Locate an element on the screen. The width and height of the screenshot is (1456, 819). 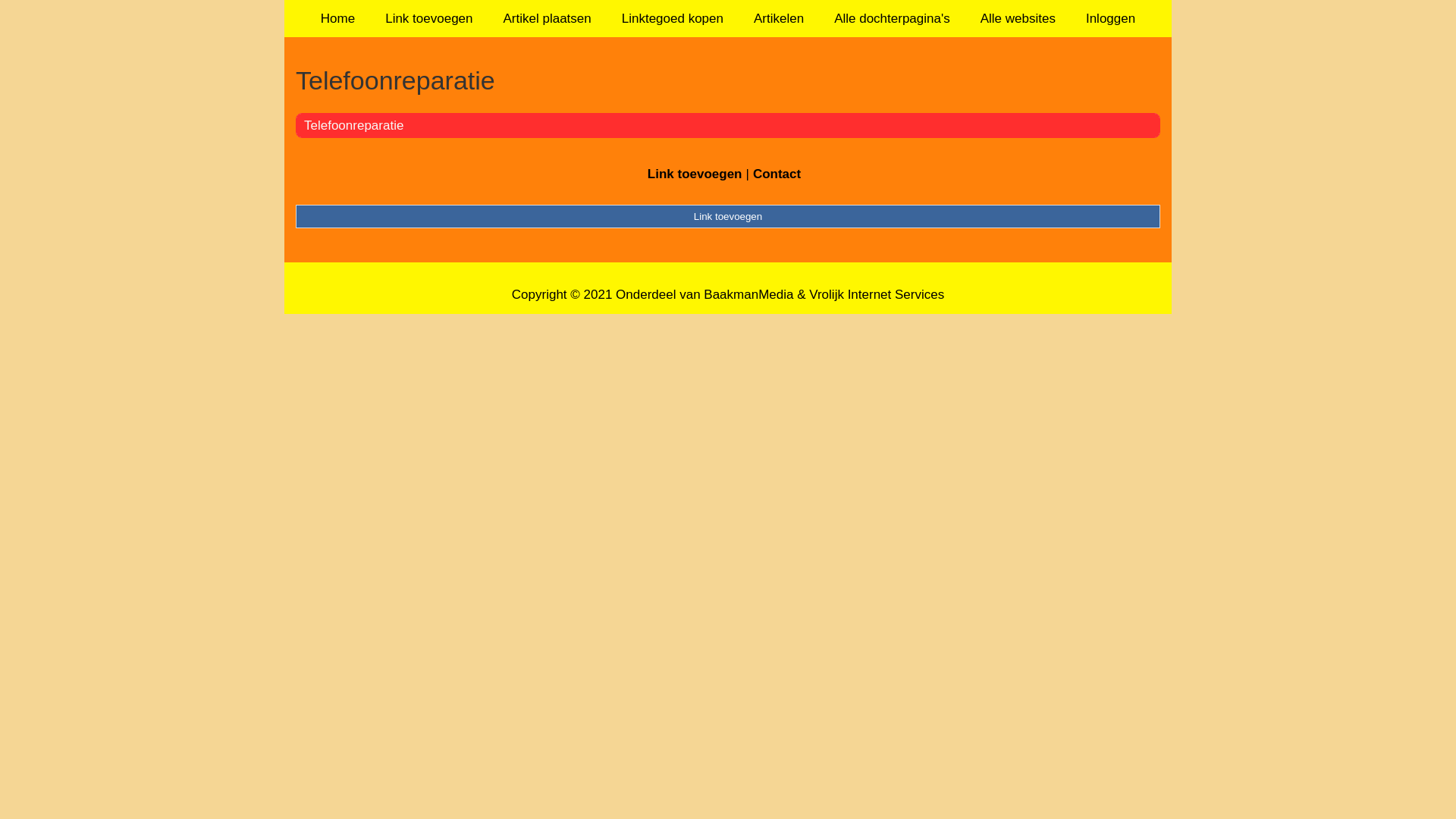
'Alle dochterpagina's' is located at coordinates (892, 18).